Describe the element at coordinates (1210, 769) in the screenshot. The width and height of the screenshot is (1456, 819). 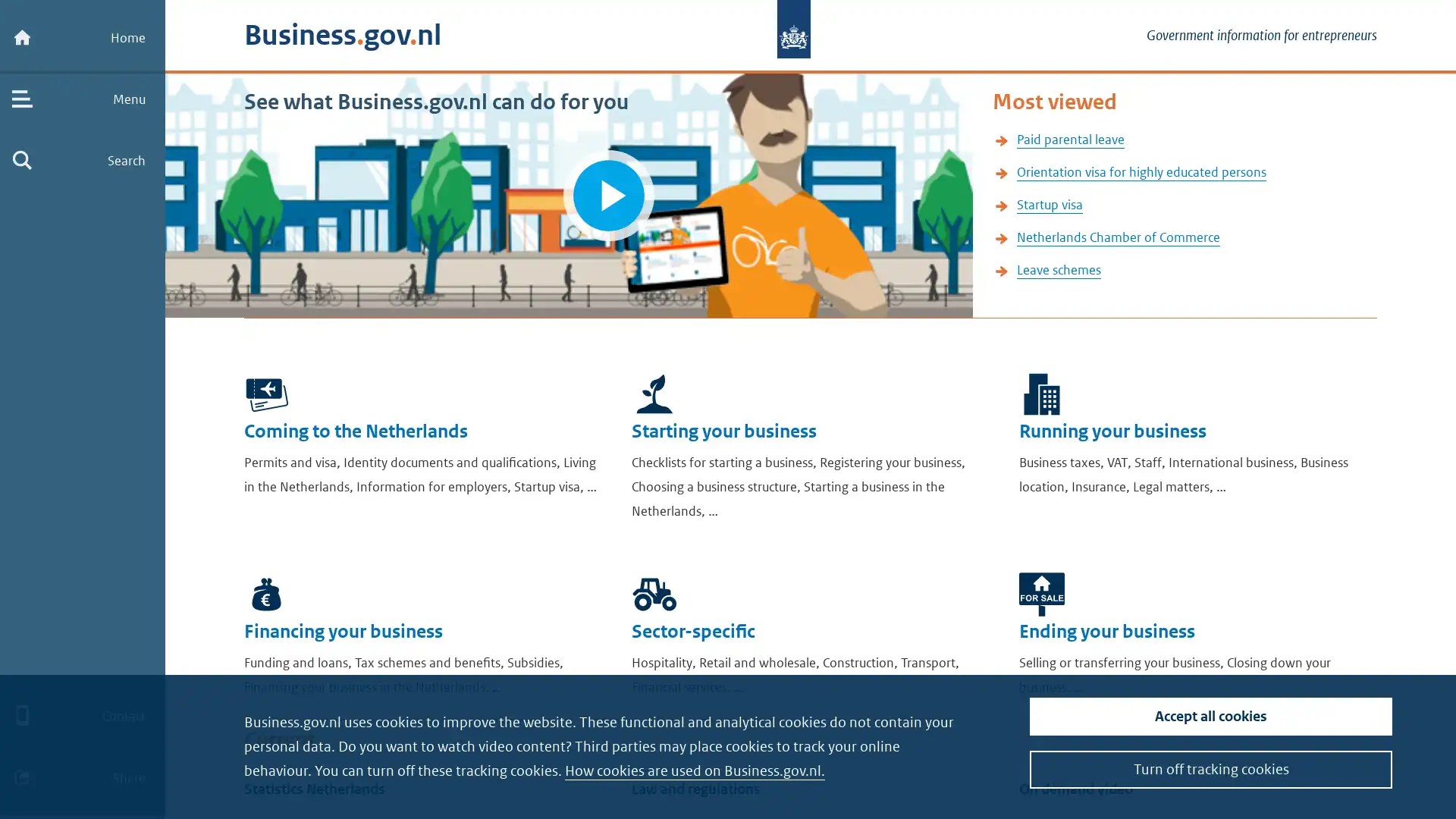
I see `Turn off tracking cookies` at that location.